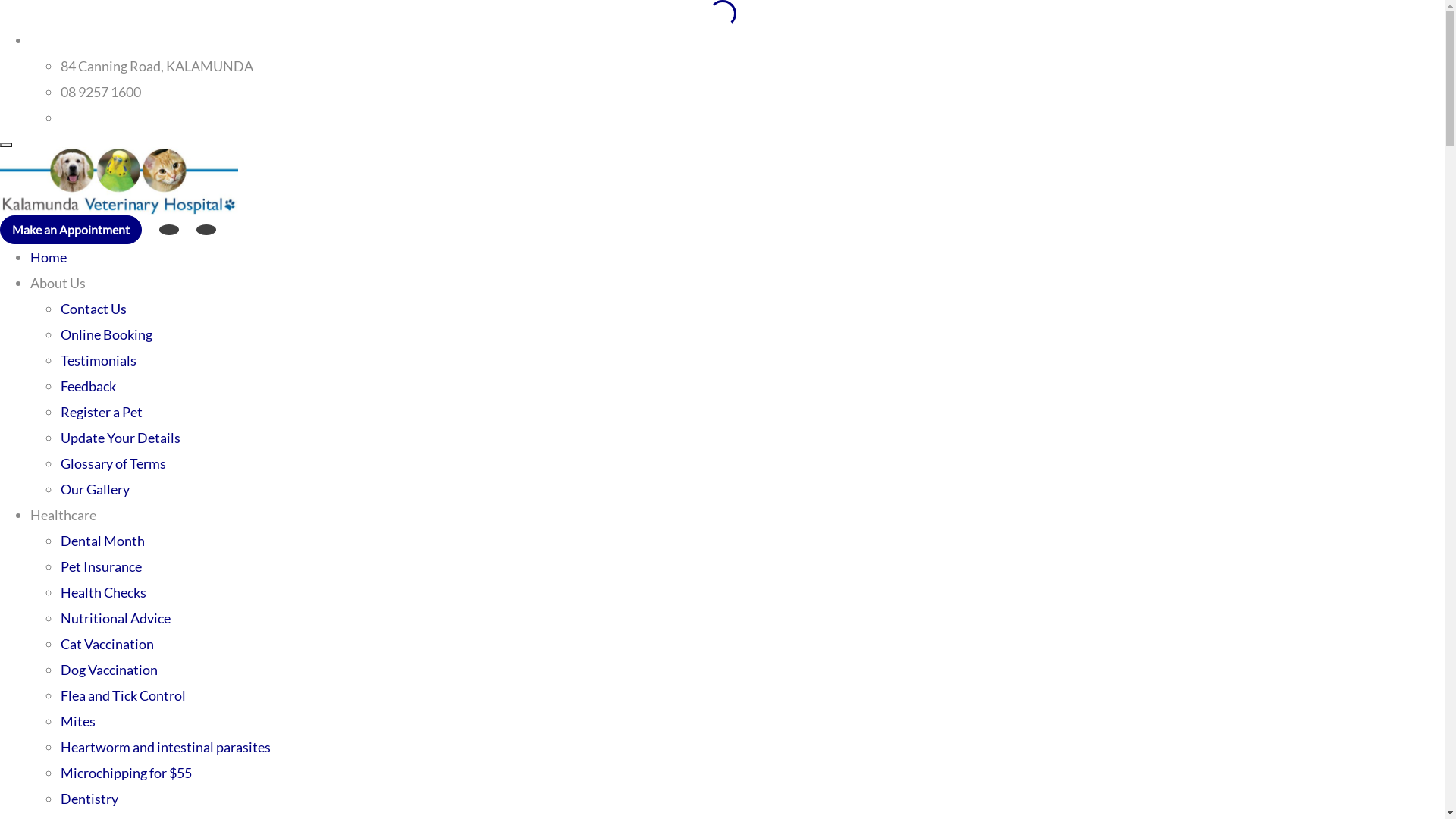 The height and width of the screenshot is (819, 1456). Describe the element at coordinates (115, 617) in the screenshot. I see `'Nutritional Advice'` at that location.